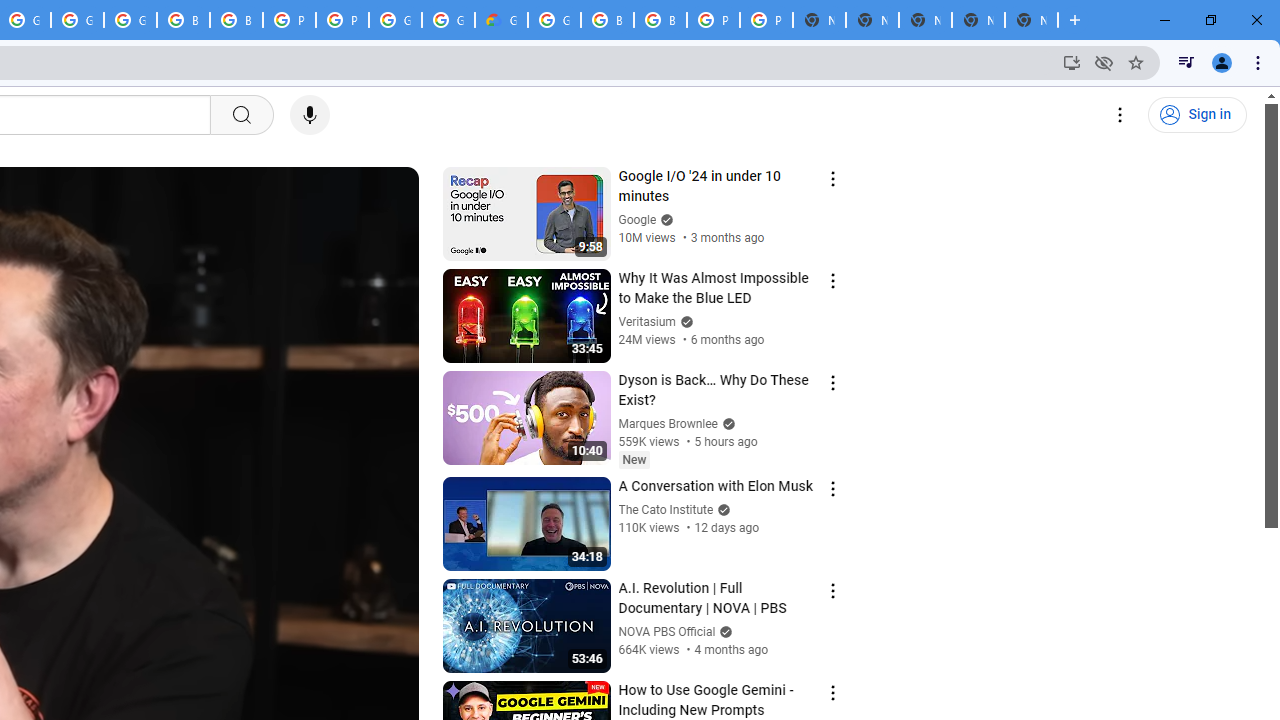 Image resolution: width=1280 pixels, height=720 pixels. What do you see at coordinates (832, 692) in the screenshot?
I see `'Action menu'` at bounding box center [832, 692].